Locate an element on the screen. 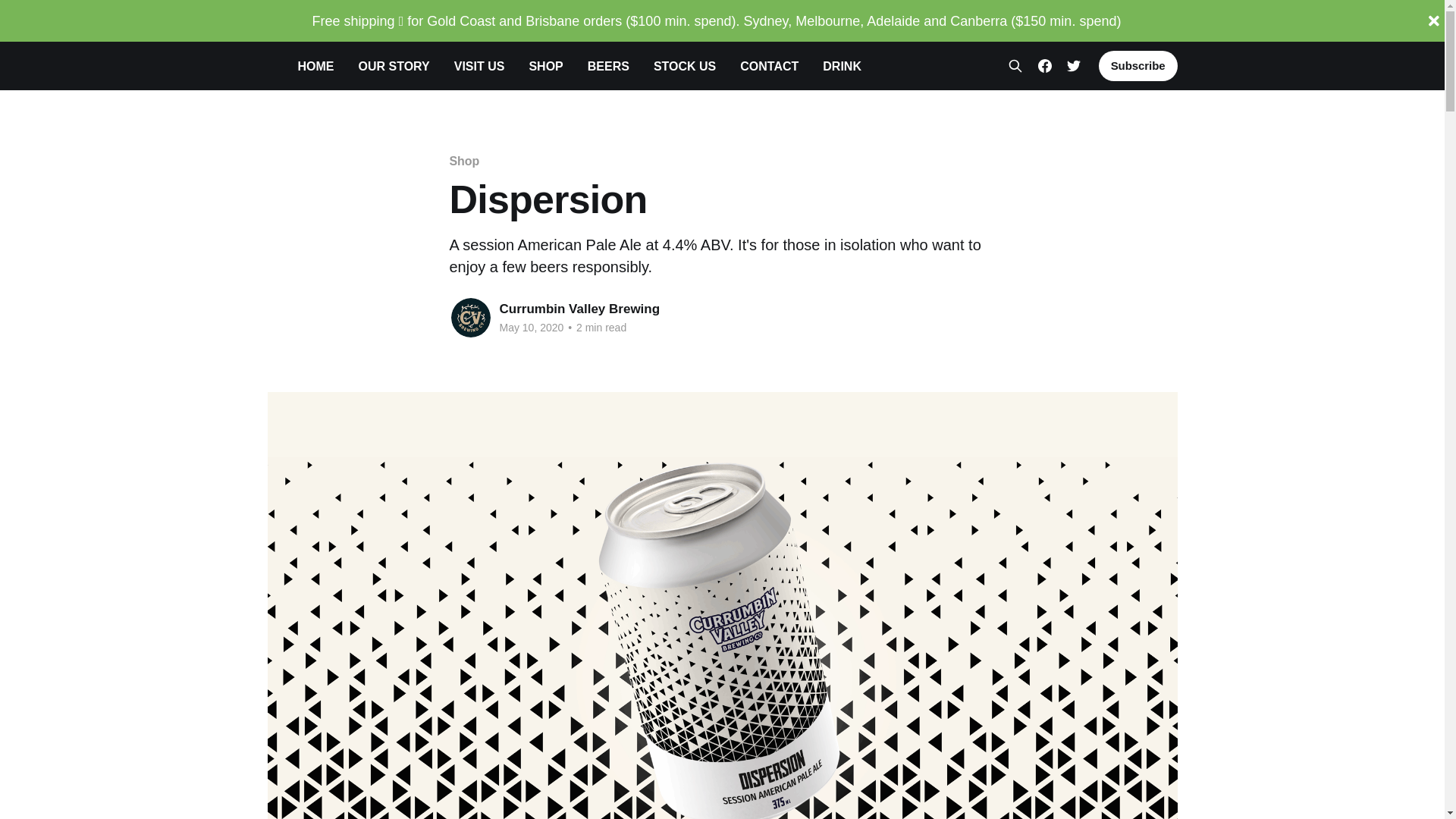 This screenshot has height=819, width=1456. 'HOME' is located at coordinates (315, 65).